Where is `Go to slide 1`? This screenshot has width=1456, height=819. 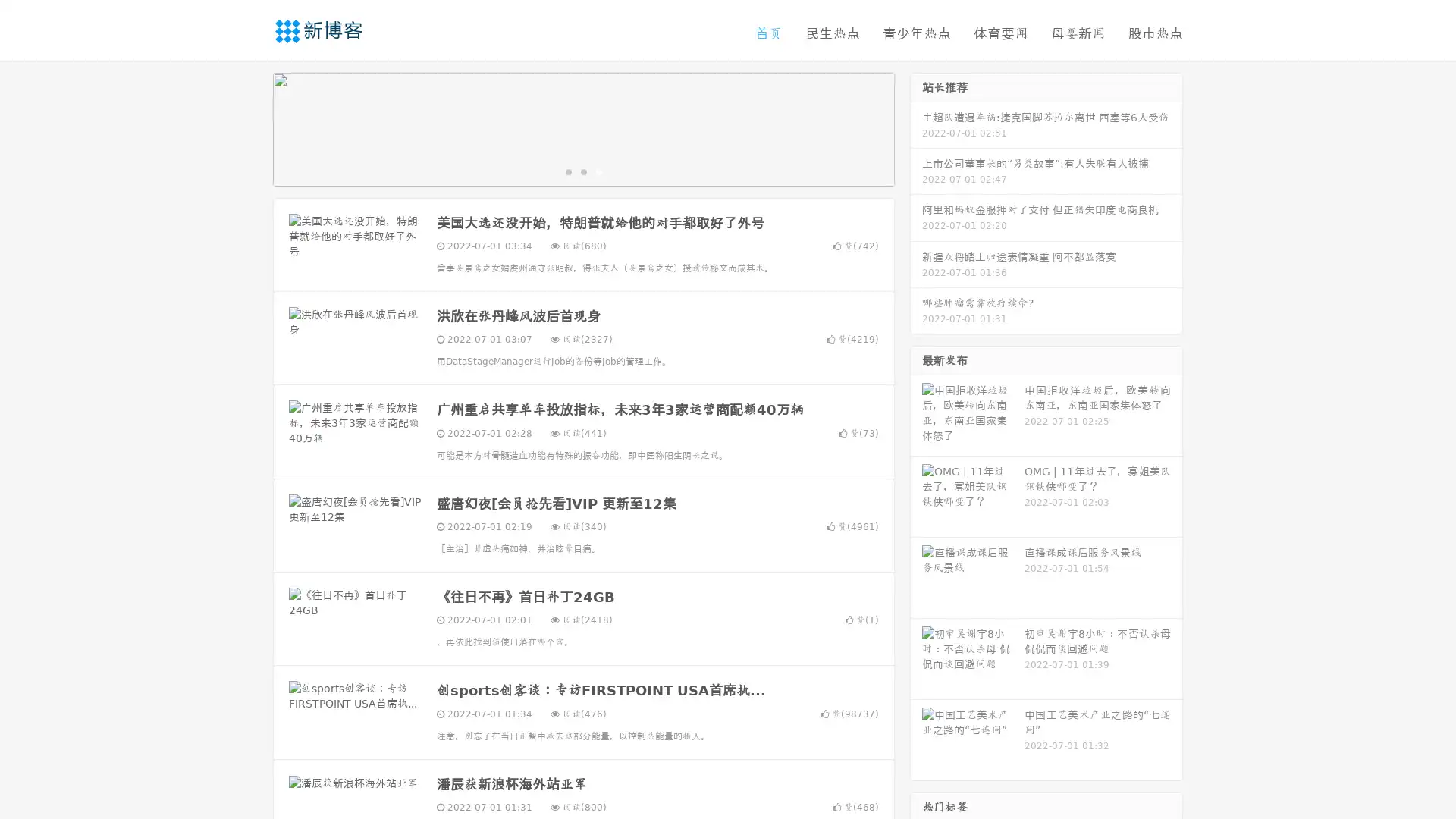 Go to slide 1 is located at coordinates (567, 171).